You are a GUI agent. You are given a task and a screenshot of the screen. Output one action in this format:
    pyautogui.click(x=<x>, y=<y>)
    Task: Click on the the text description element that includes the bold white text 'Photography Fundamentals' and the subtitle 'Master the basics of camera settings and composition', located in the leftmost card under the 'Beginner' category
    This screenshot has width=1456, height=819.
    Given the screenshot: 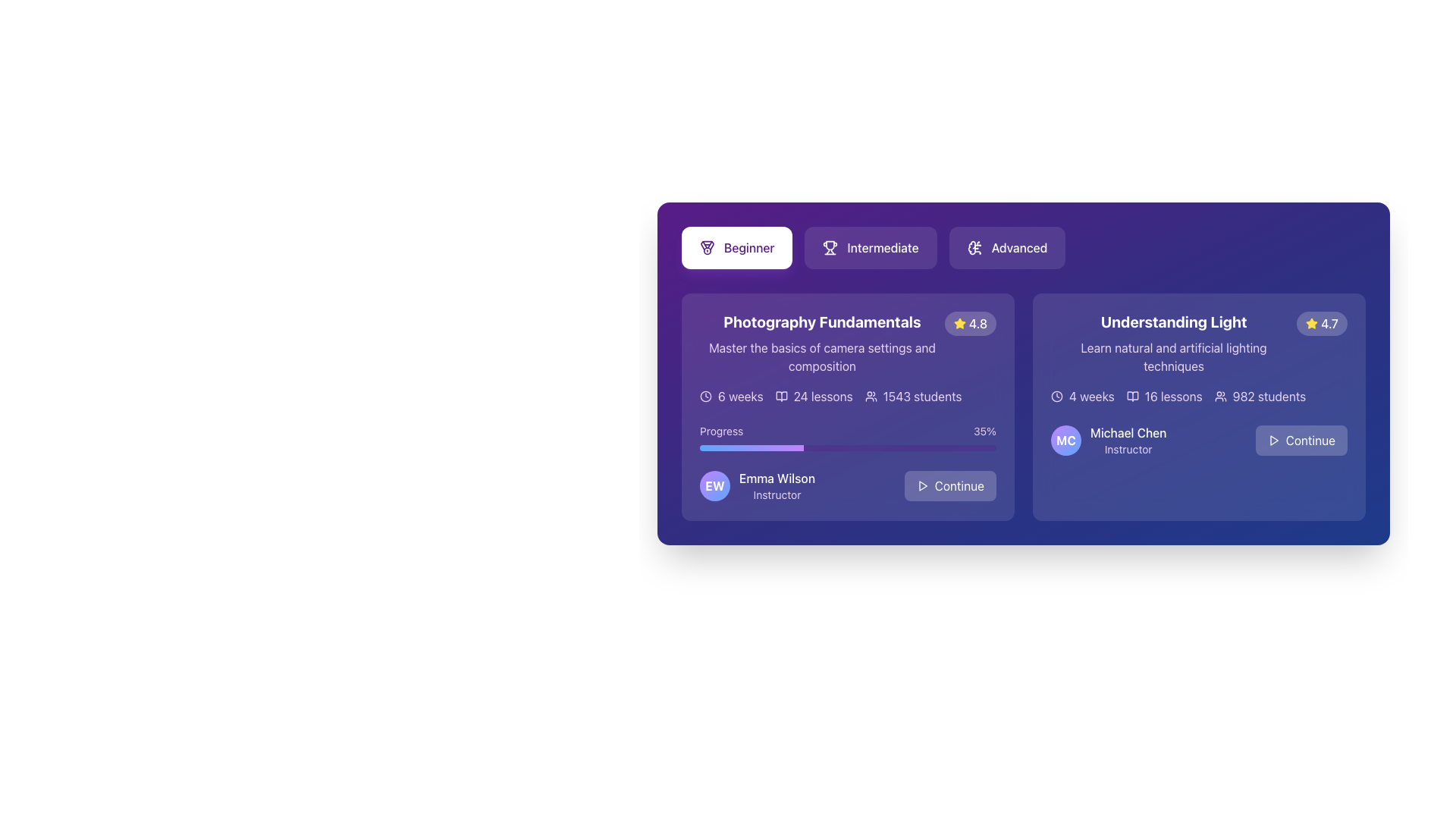 What is the action you would take?
    pyautogui.click(x=821, y=343)
    